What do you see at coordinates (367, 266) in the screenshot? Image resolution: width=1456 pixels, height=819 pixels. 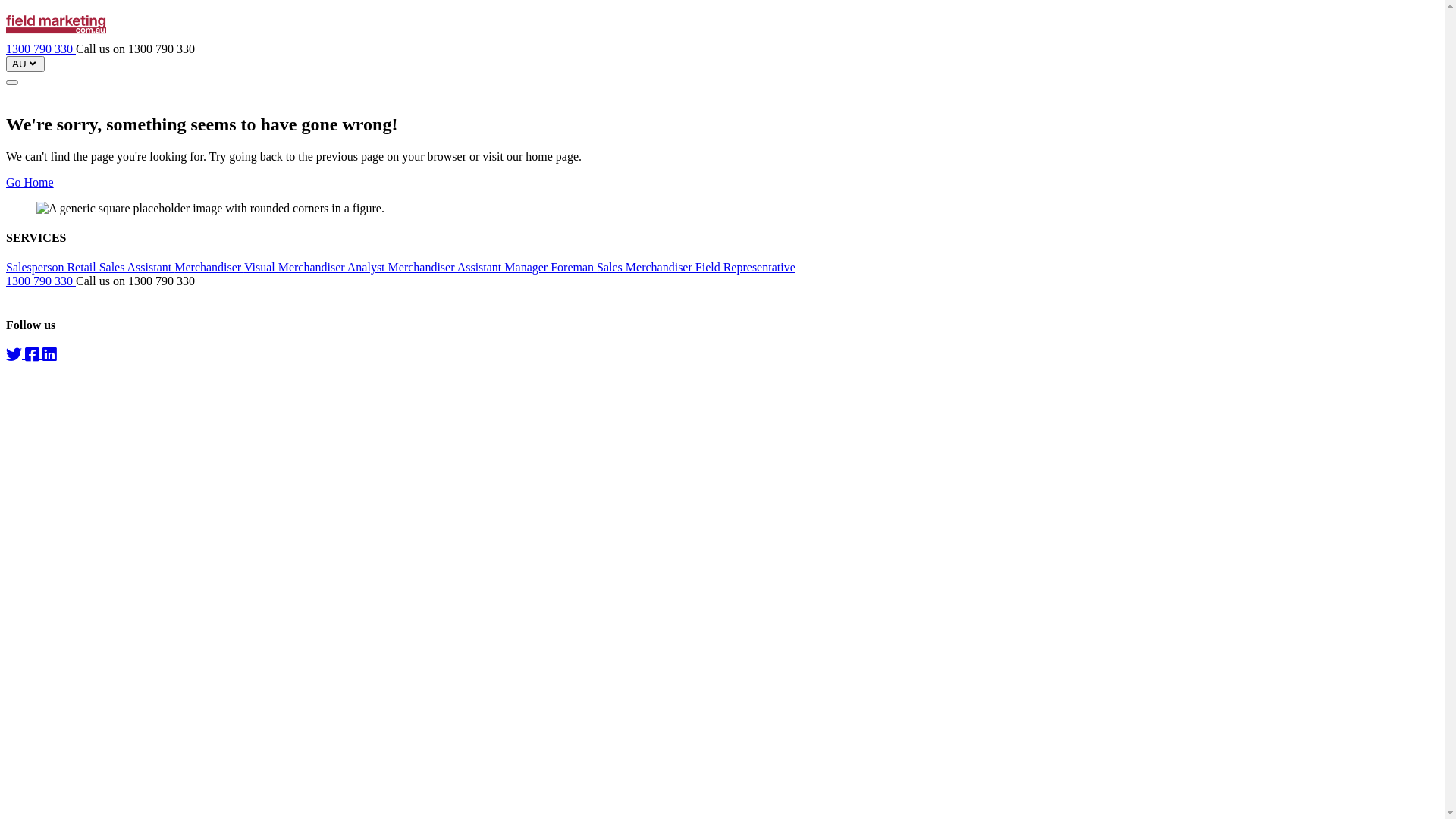 I see `'Analyst'` at bounding box center [367, 266].